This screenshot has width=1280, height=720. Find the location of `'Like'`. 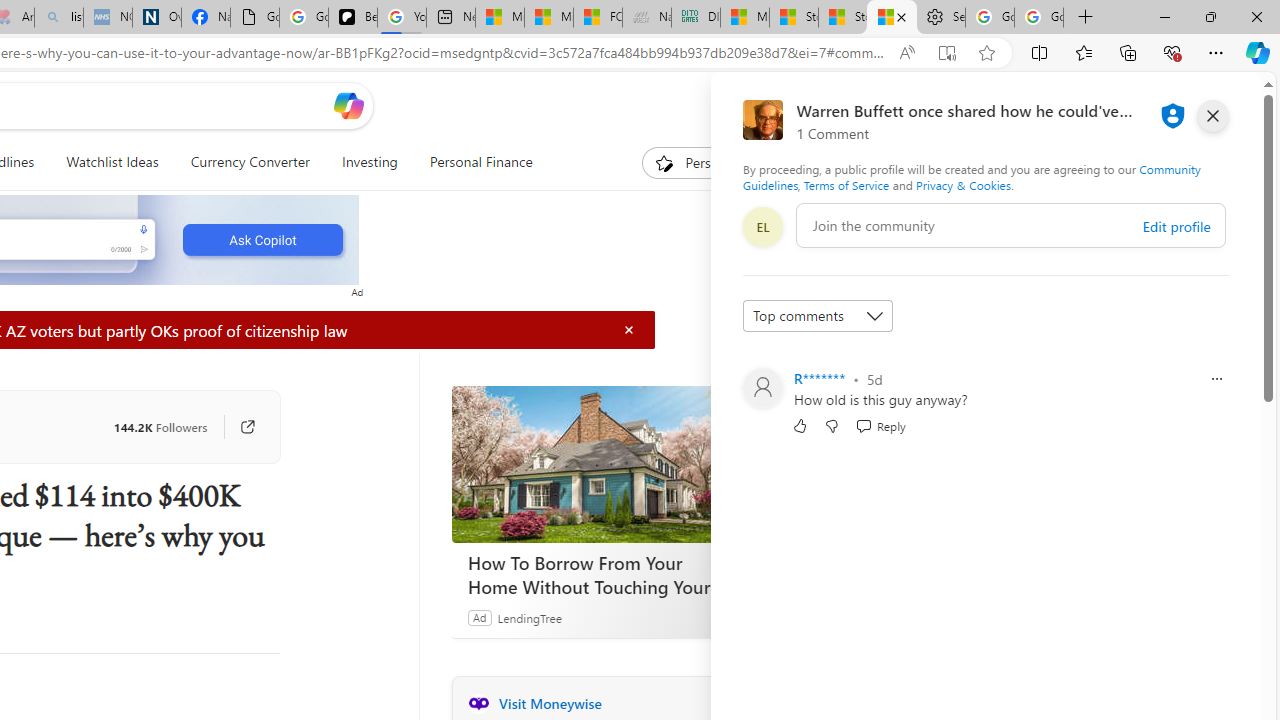

'Like' is located at coordinates (800, 424).